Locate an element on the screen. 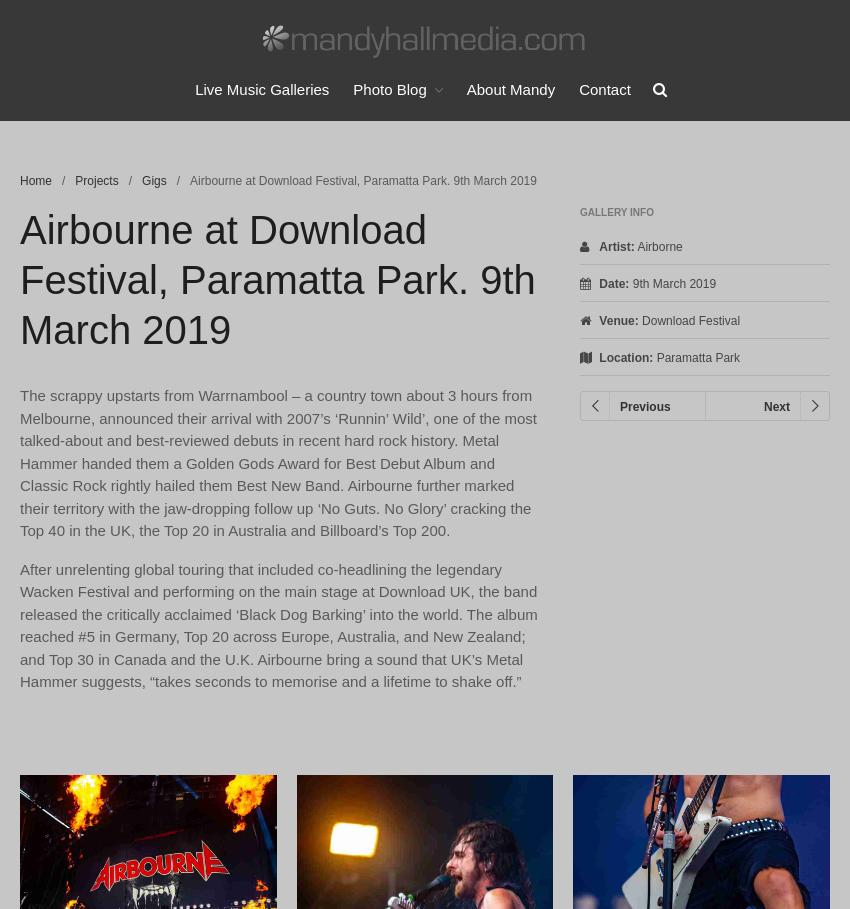  'After unrelenting global touring that included co-headlining the legendary Wacken Festival and performing on the main stage at Download UK, the band released the critically acclaimed ‘Black Dog Barking’ into the world. The album reached #5 in Germany, Top 20 across Europe, Australia, and New Zealand; and Top 30 in Canada and the U.K. Airbourne bring a sound that UK’s Metal Hammer suggests, “takes seconds to memorise and a lifetime to shake off.”' is located at coordinates (277, 625).